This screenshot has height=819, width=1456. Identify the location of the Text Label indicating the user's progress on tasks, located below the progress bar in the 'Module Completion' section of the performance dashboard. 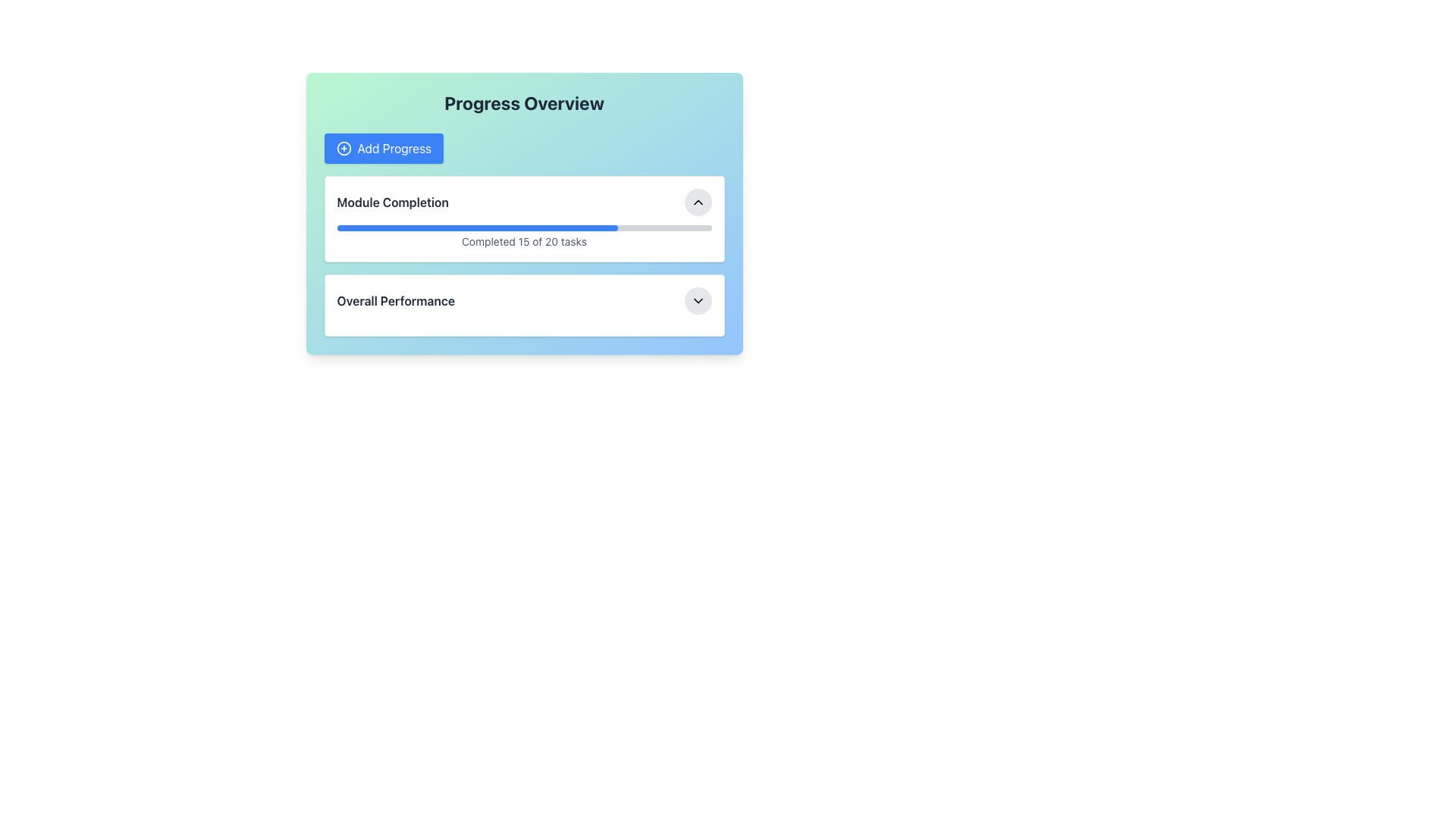
(524, 241).